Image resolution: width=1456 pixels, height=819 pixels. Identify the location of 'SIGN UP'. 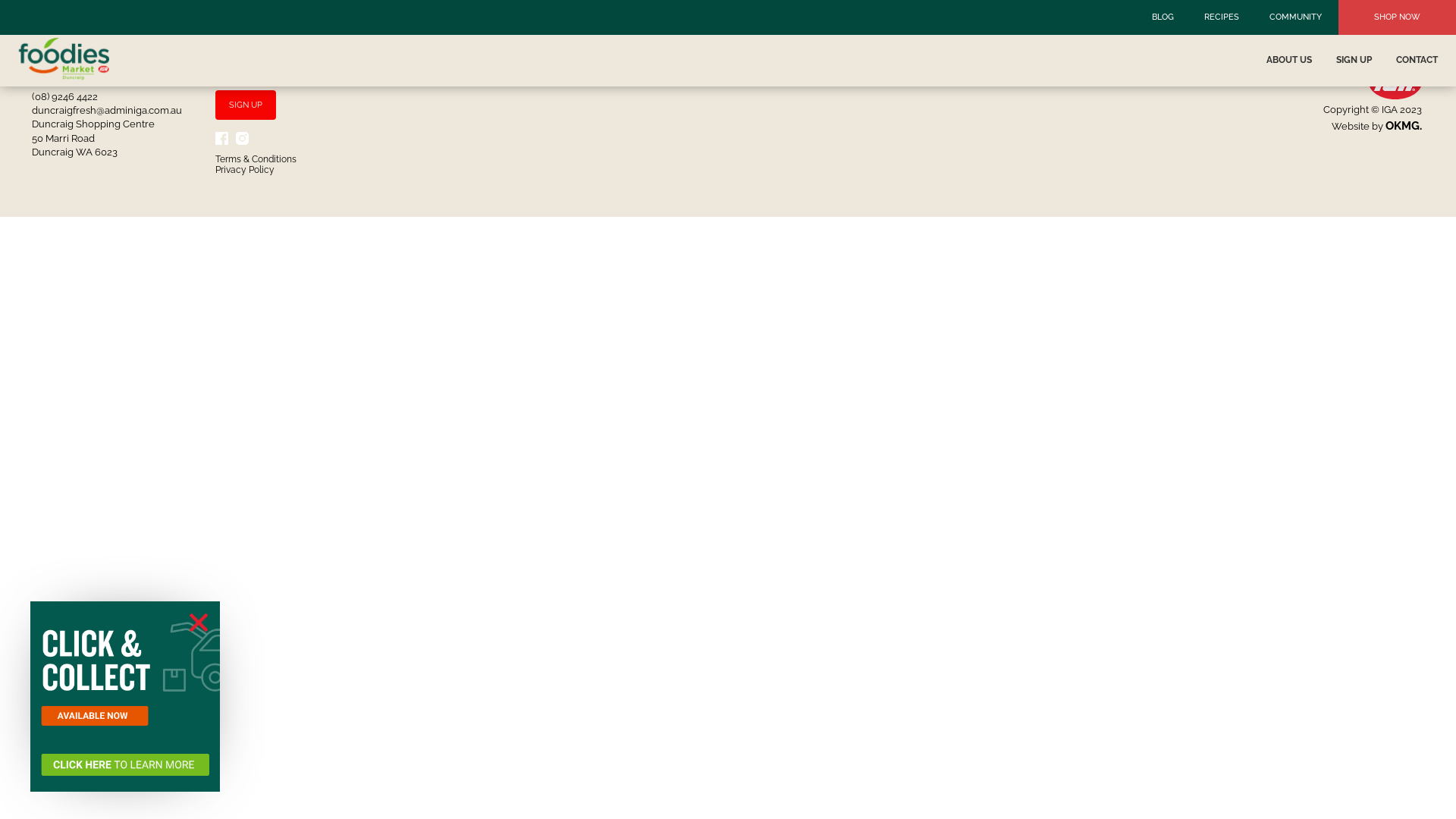
(1354, 58).